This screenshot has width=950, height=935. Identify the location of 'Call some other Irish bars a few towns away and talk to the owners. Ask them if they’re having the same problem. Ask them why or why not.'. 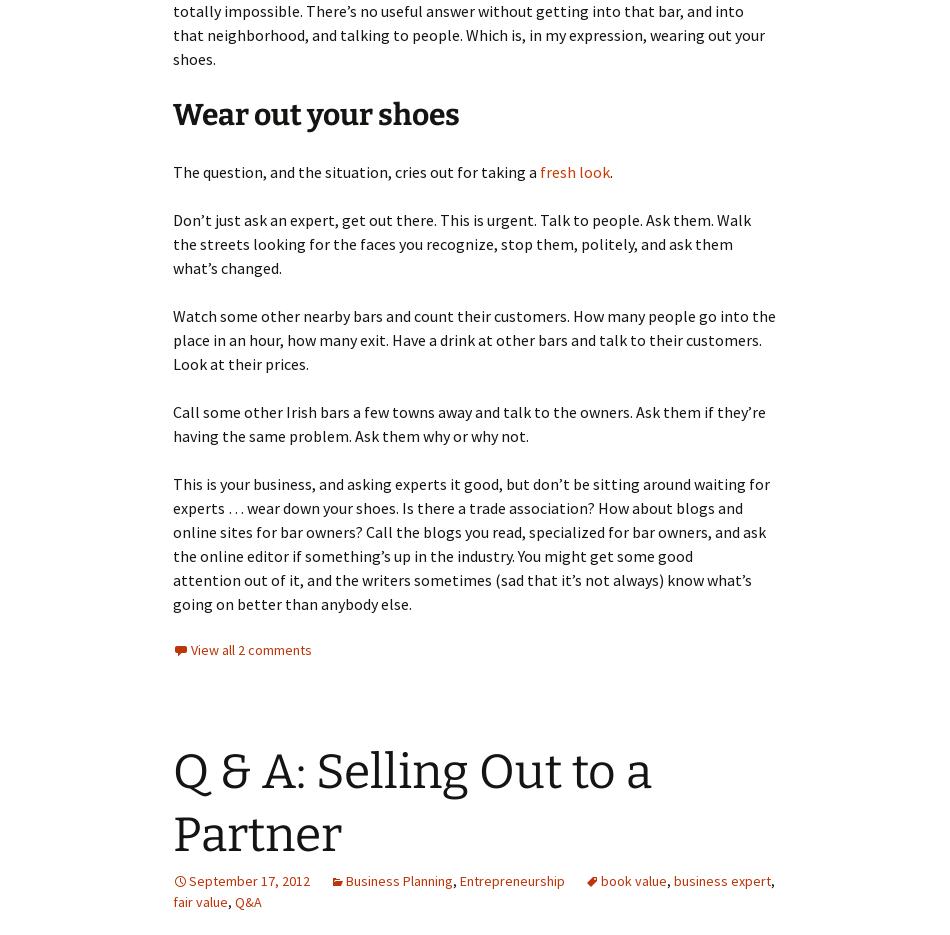
(468, 424).